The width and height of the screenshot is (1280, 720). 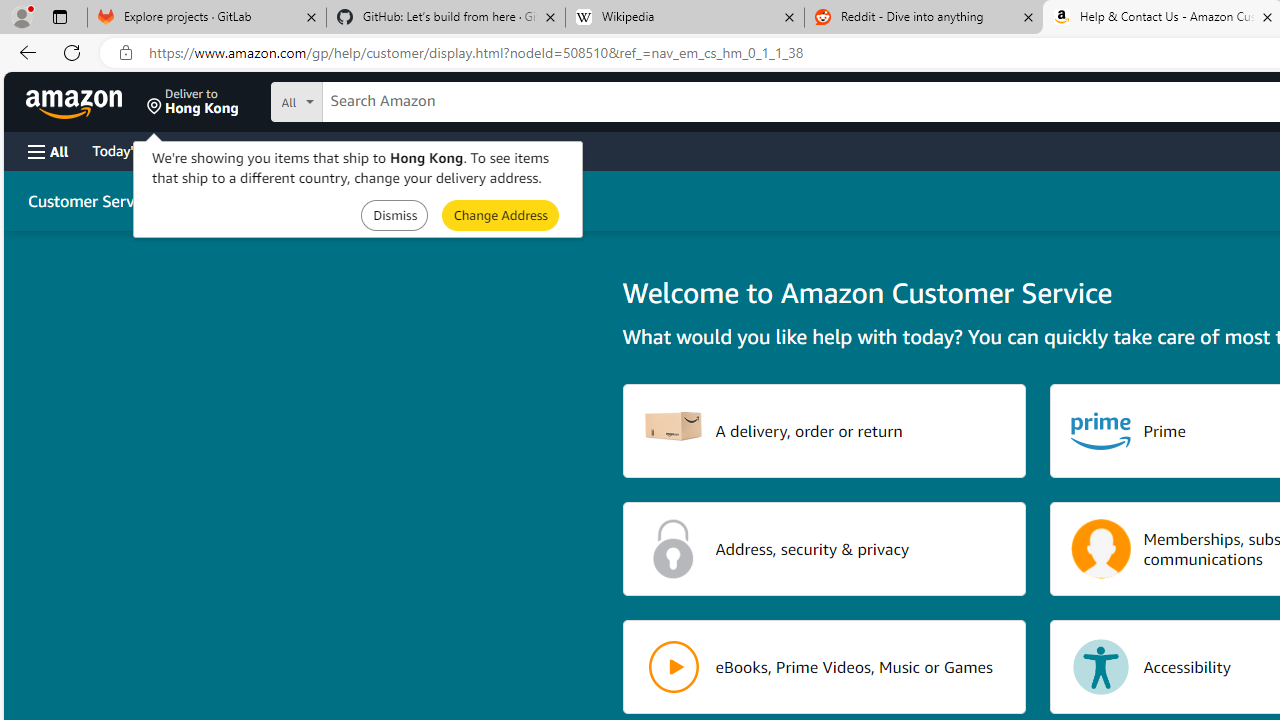 What do you see at coordinates (371, 99) in the screenshot?
I see `'Search in'` at bounding box center [371, 99].